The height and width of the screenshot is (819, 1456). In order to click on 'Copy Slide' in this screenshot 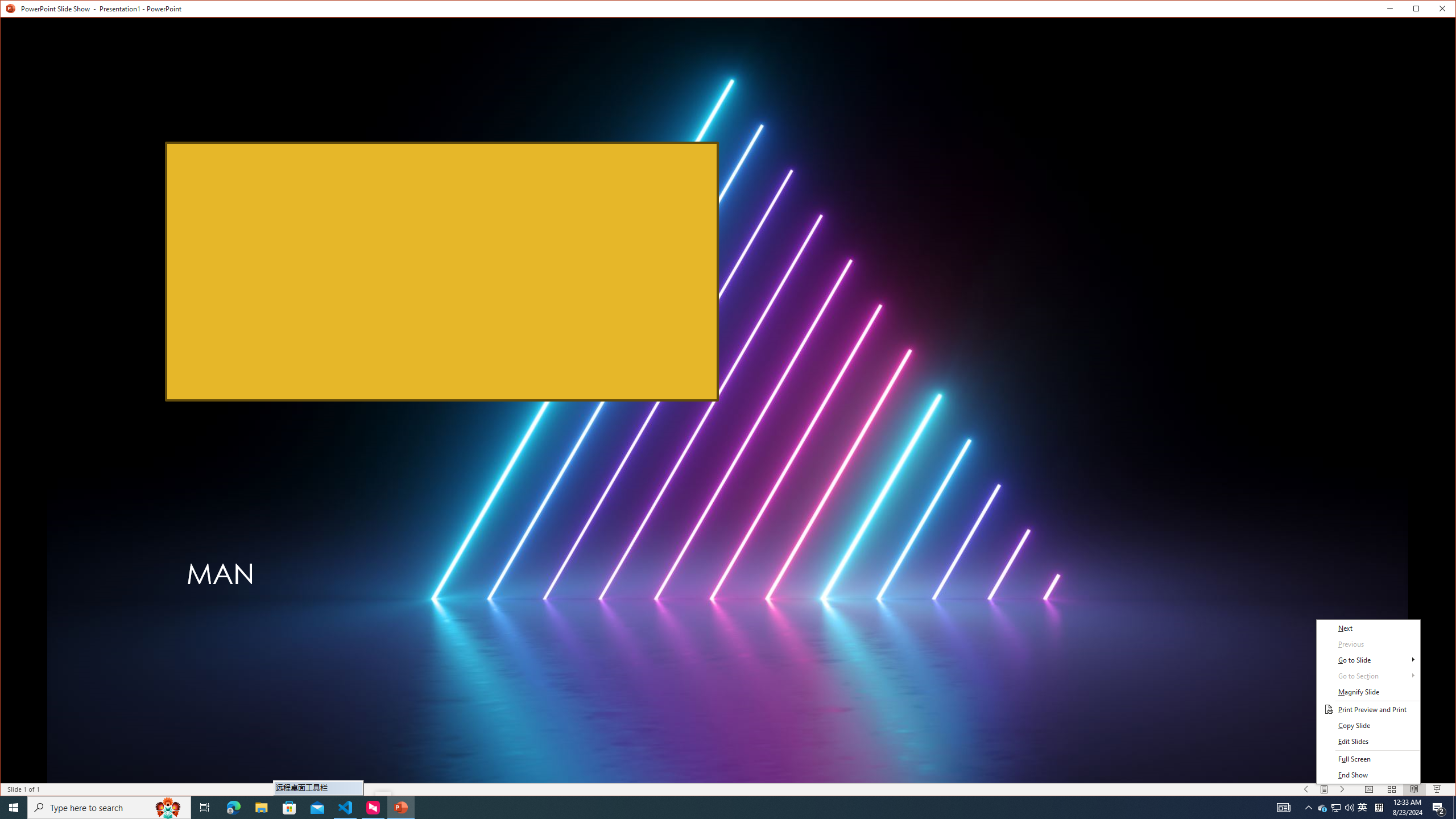, I will do `click(1368, 725)`.